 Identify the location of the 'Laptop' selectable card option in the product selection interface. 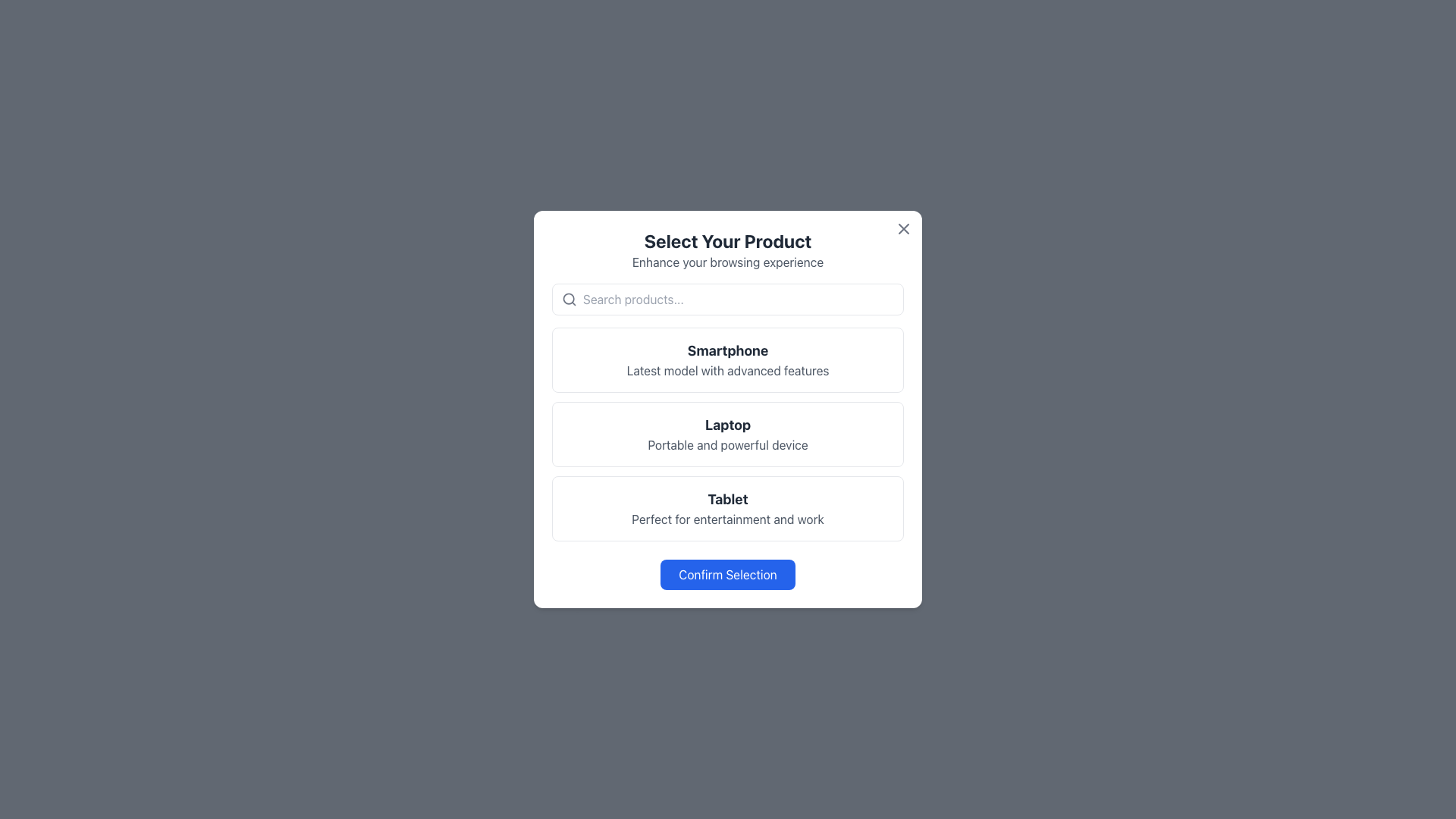
(728, 435).